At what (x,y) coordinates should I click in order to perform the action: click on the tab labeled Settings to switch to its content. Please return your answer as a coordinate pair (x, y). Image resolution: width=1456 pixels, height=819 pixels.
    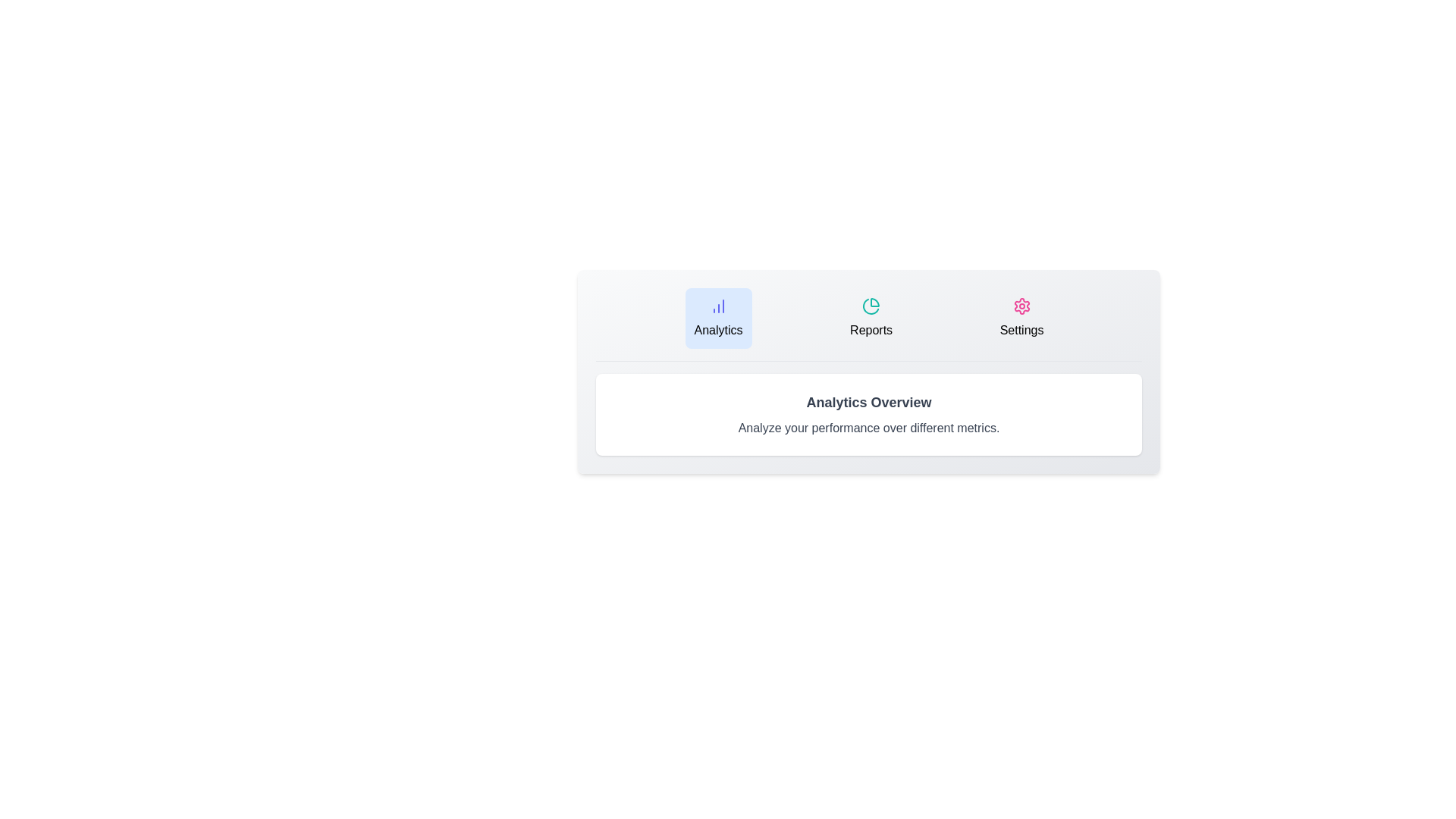
    Looking at the image, I should click on (1021, 318).